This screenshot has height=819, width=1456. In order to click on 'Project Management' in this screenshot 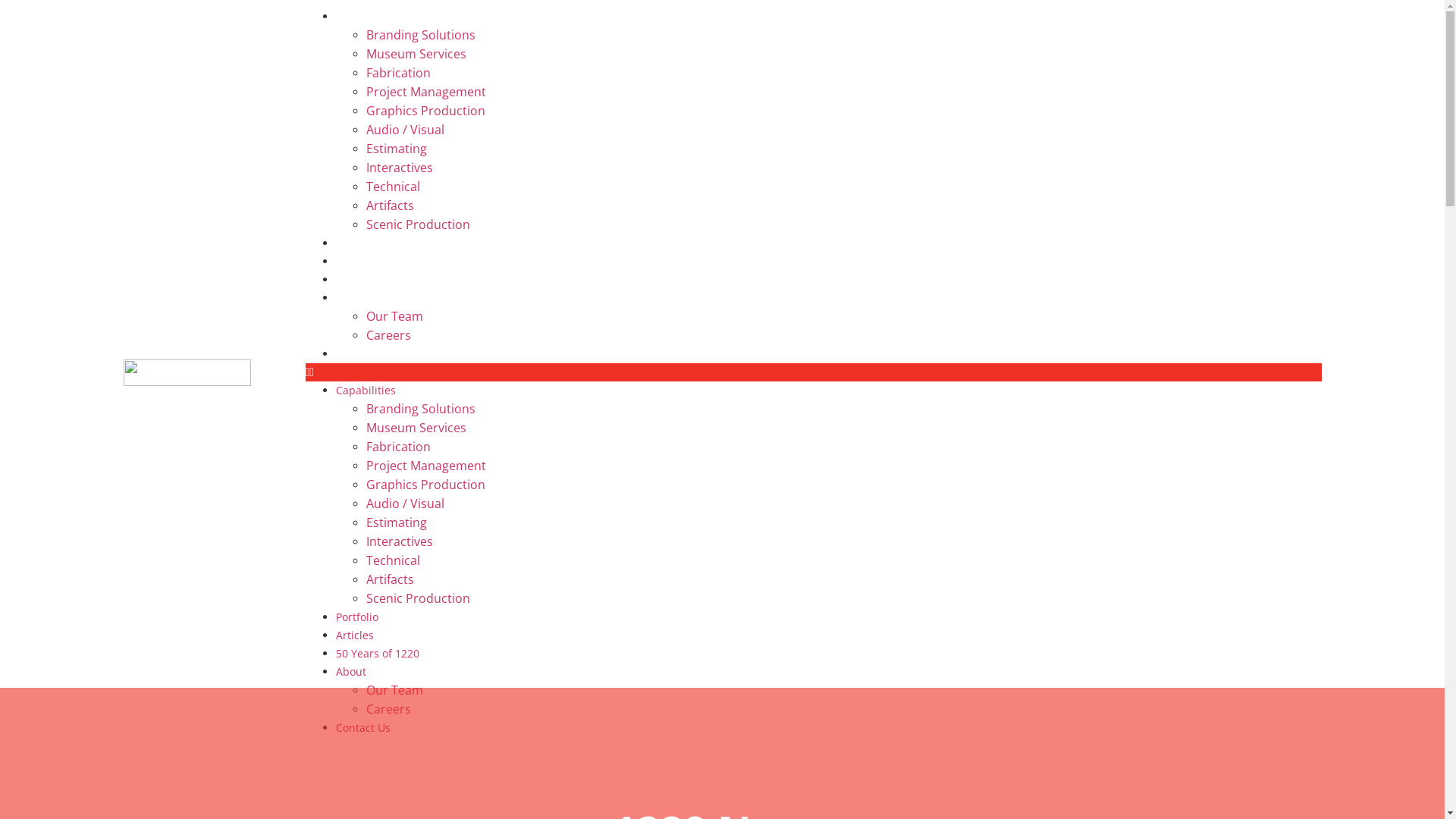, I will do `click(365, 91)`.